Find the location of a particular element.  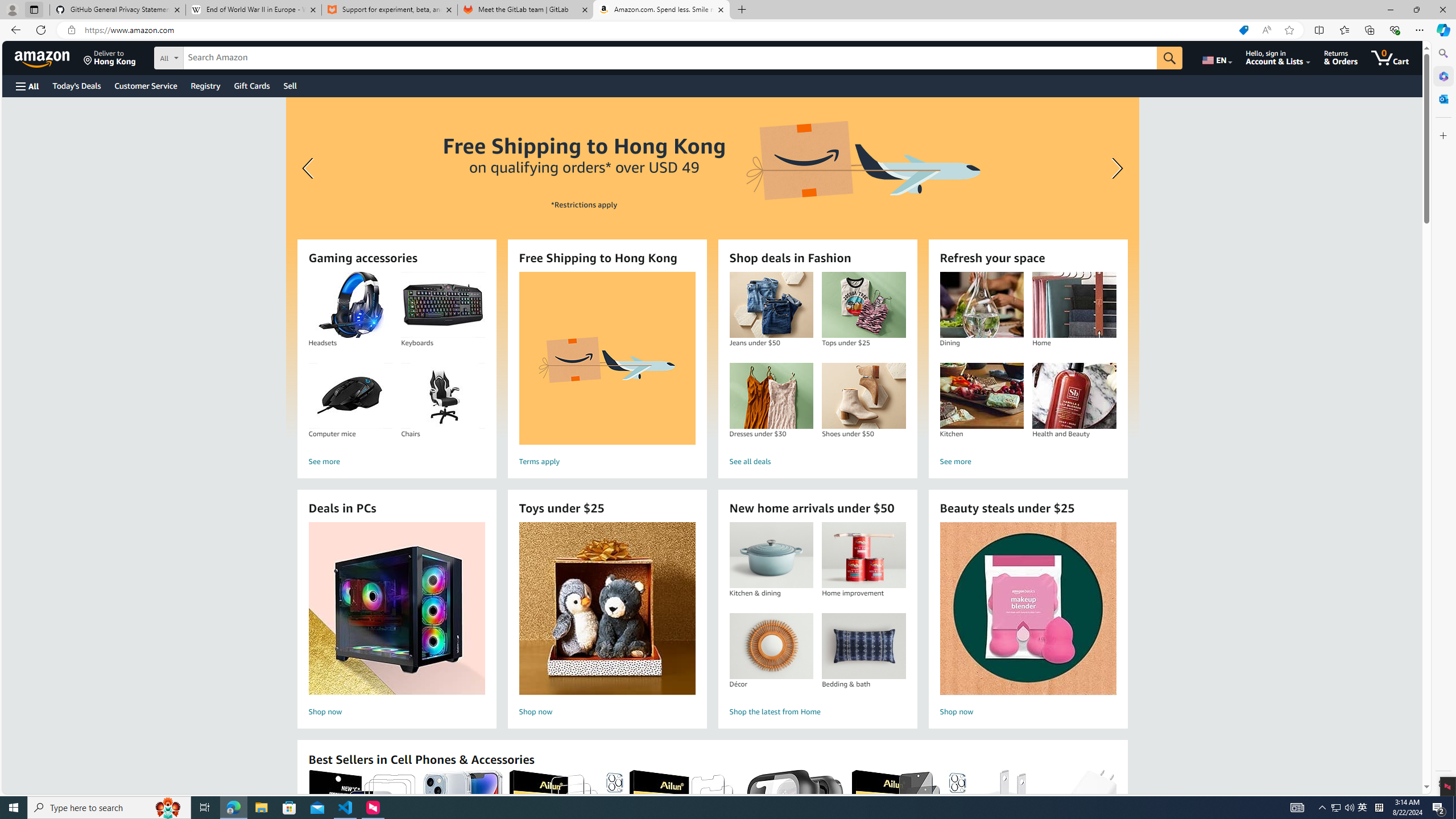

'Computer mice' is located at coordinates (350, 396).